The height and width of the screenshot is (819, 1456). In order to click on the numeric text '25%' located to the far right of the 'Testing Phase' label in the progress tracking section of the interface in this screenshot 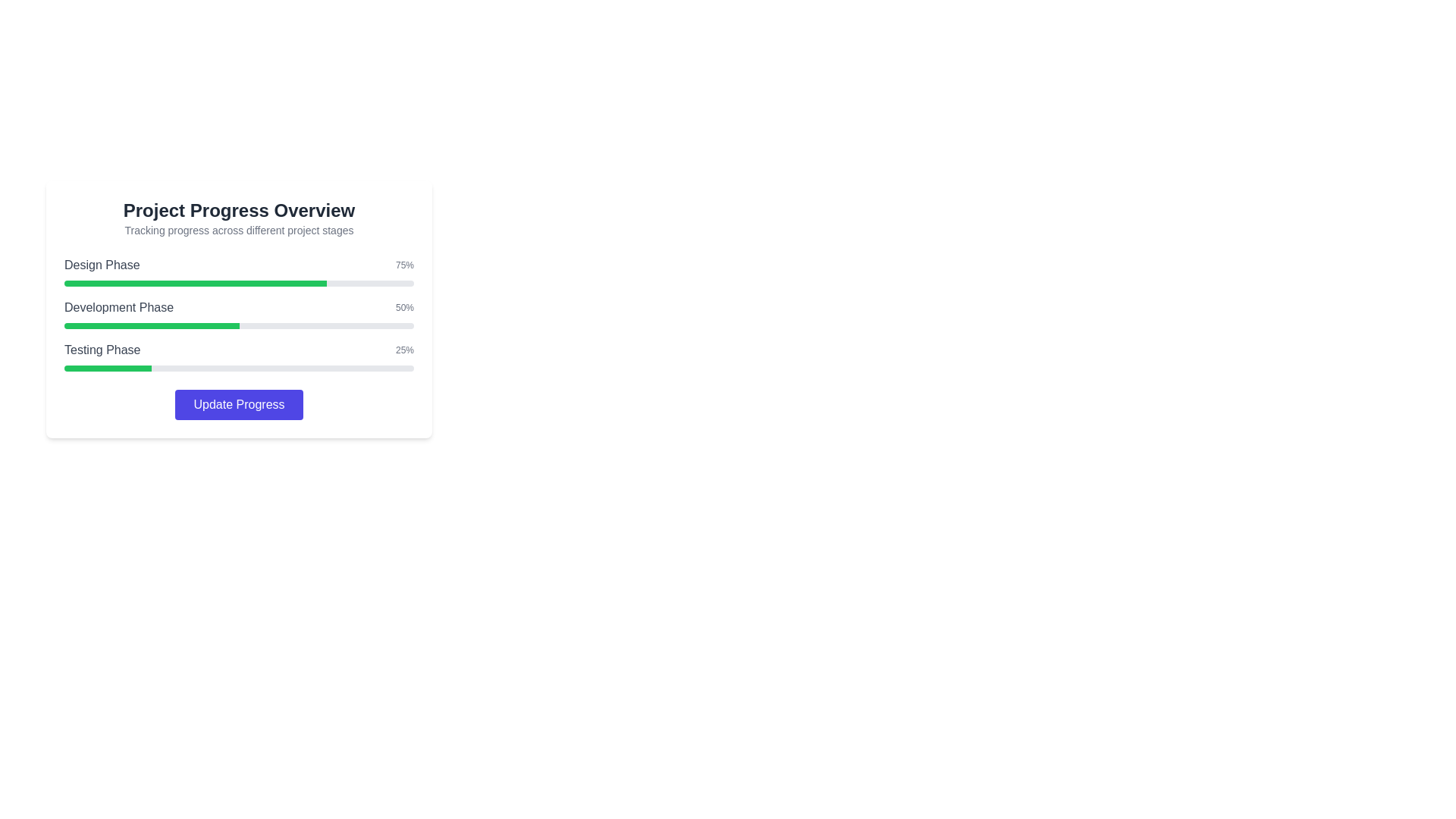, I will do `click(404, 350)`.